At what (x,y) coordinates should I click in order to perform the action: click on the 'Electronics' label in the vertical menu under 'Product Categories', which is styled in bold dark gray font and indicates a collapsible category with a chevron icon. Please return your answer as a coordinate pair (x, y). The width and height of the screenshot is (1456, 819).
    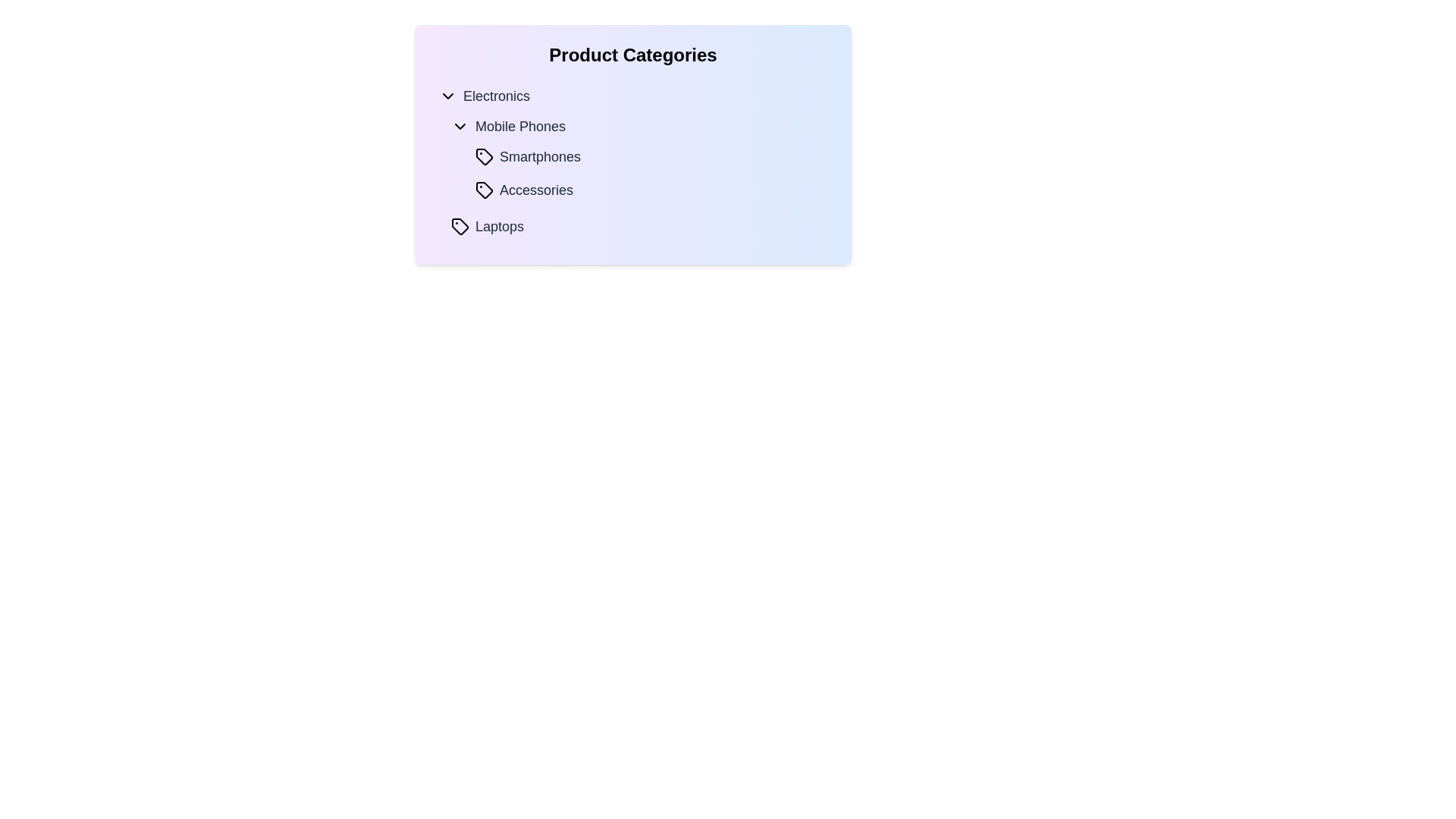
    Looking at the image, I should click on (497, 96).